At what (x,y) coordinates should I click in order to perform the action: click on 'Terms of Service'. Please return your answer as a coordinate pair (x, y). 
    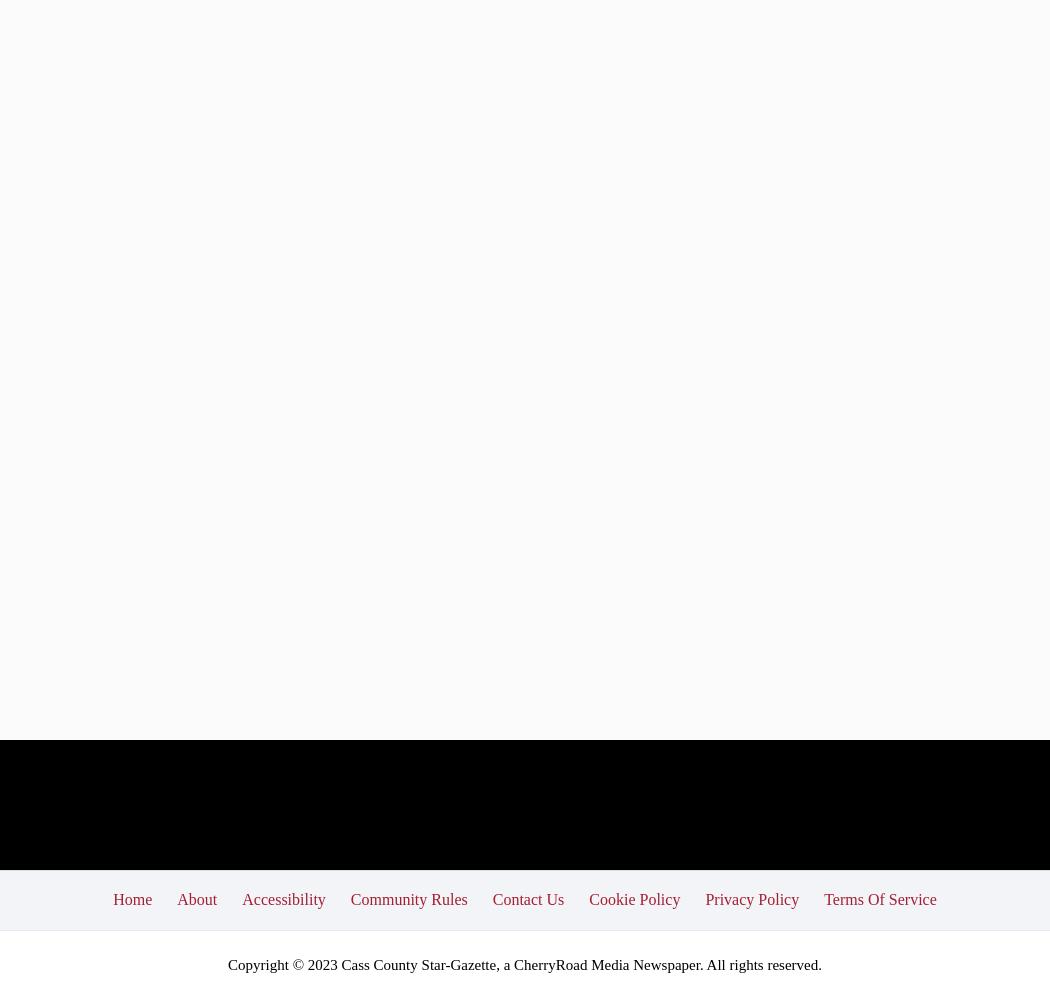
    Looking at the image, I should click on (879, 898).